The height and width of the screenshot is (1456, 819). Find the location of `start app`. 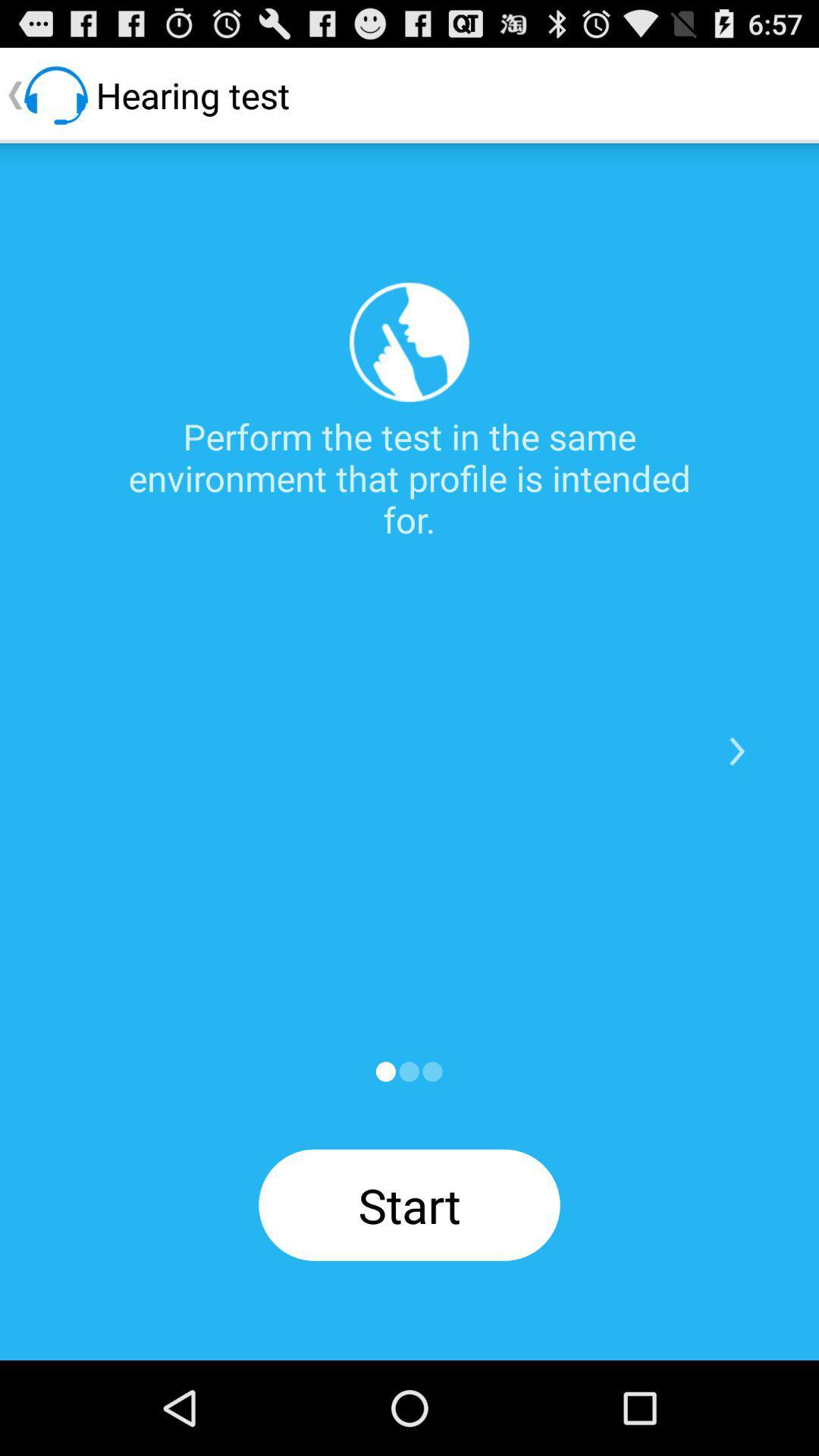

start app is located at coordinates (408, 1071).